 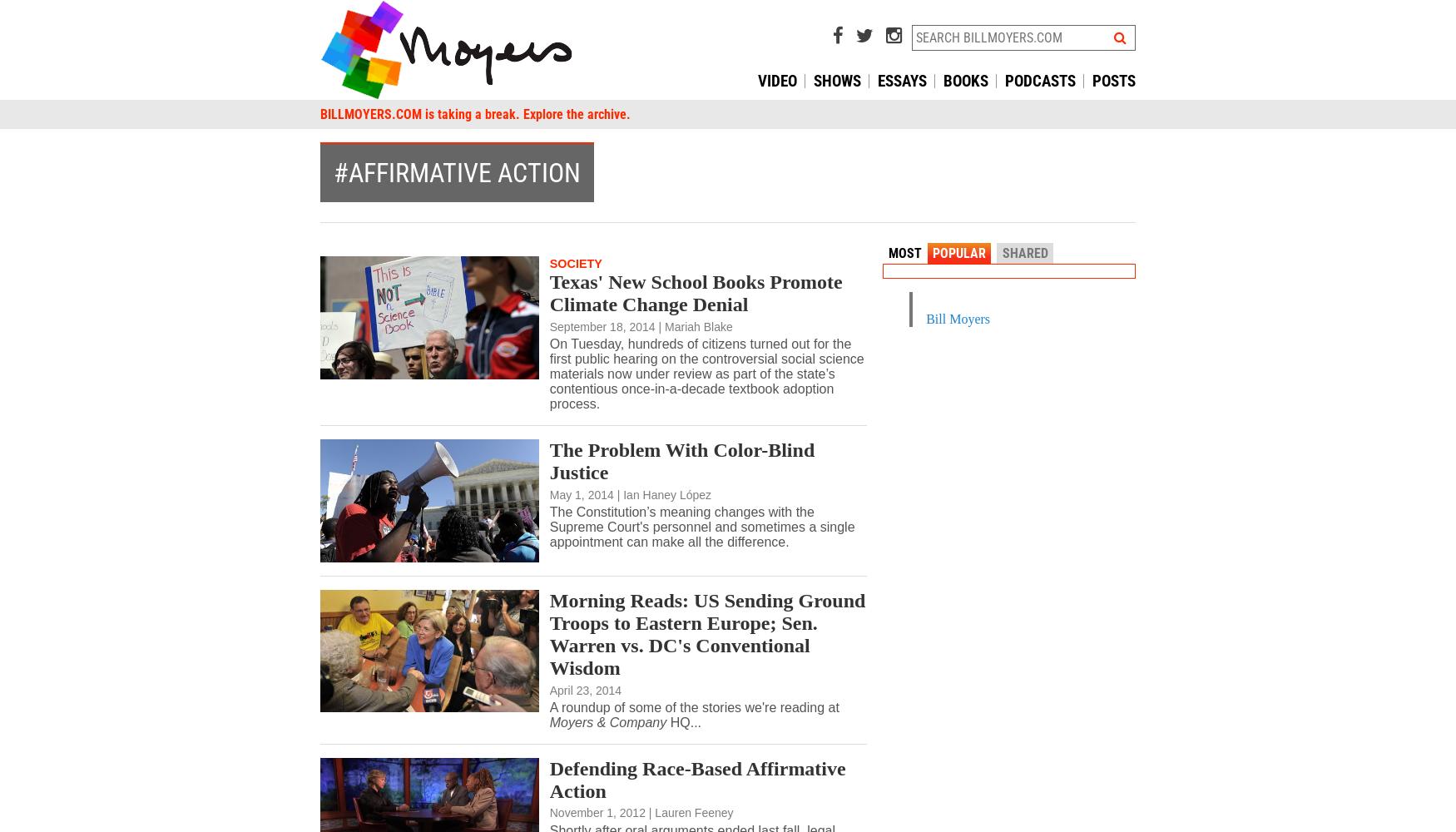 I want to click on '#affirmative action', so click(x=456, y=172).